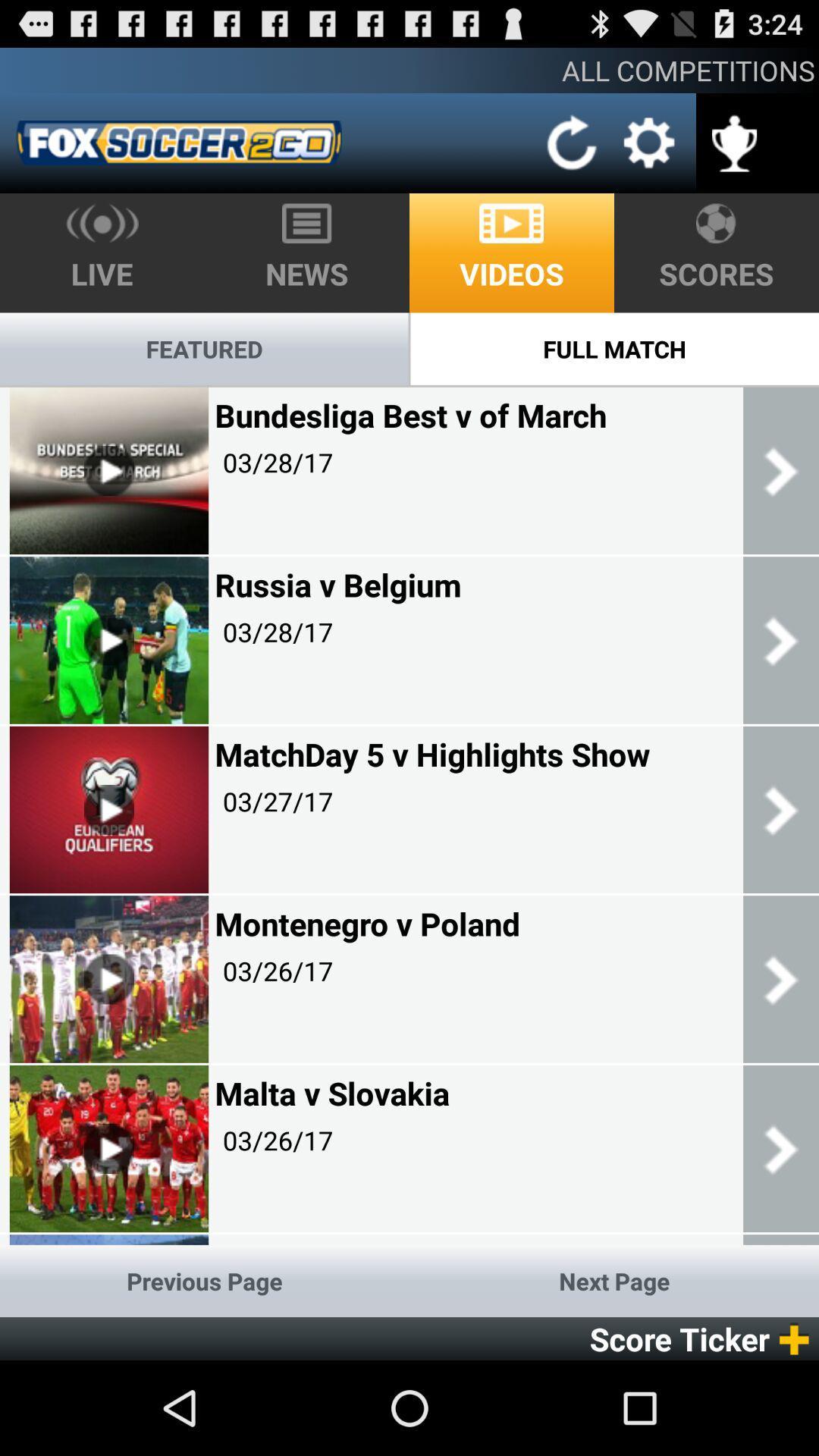  I want to click on the refresh icon, so click(573, 153).